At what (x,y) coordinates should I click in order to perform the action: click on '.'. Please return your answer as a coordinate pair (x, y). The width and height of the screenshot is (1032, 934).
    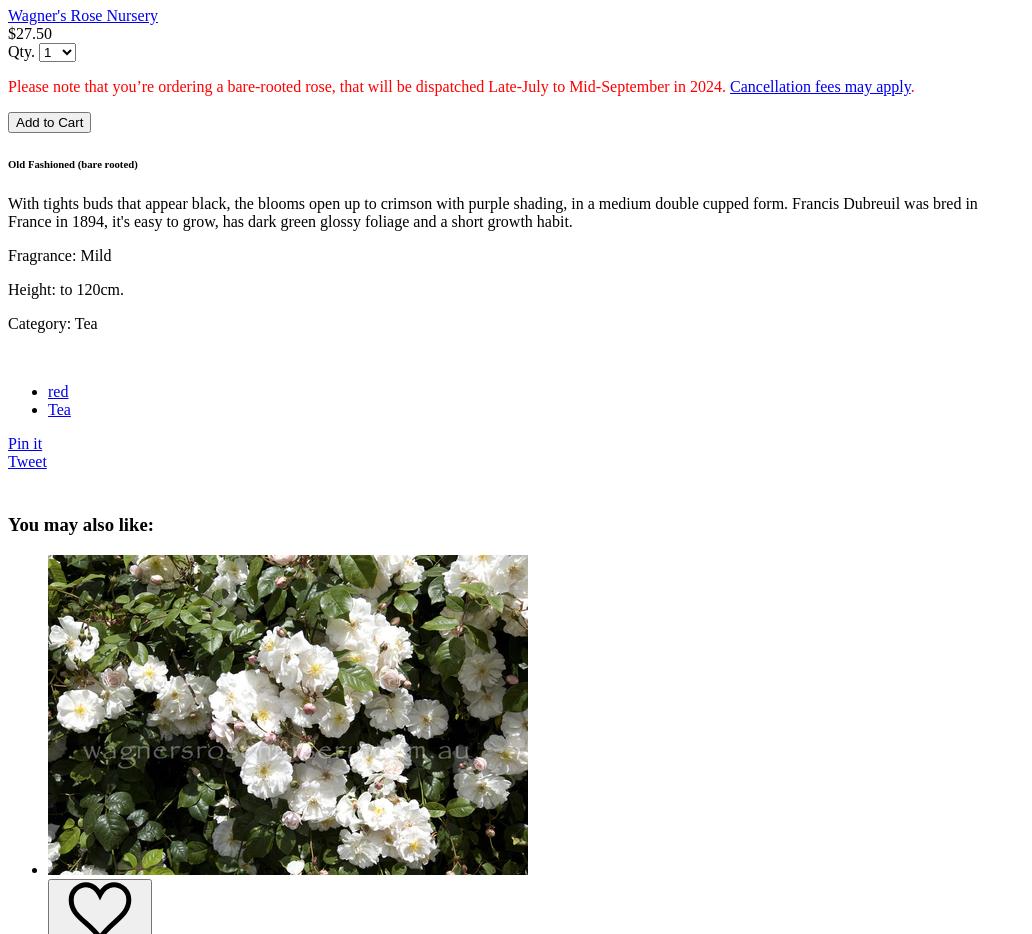
    Looking at the image, I should click on (910, 85).